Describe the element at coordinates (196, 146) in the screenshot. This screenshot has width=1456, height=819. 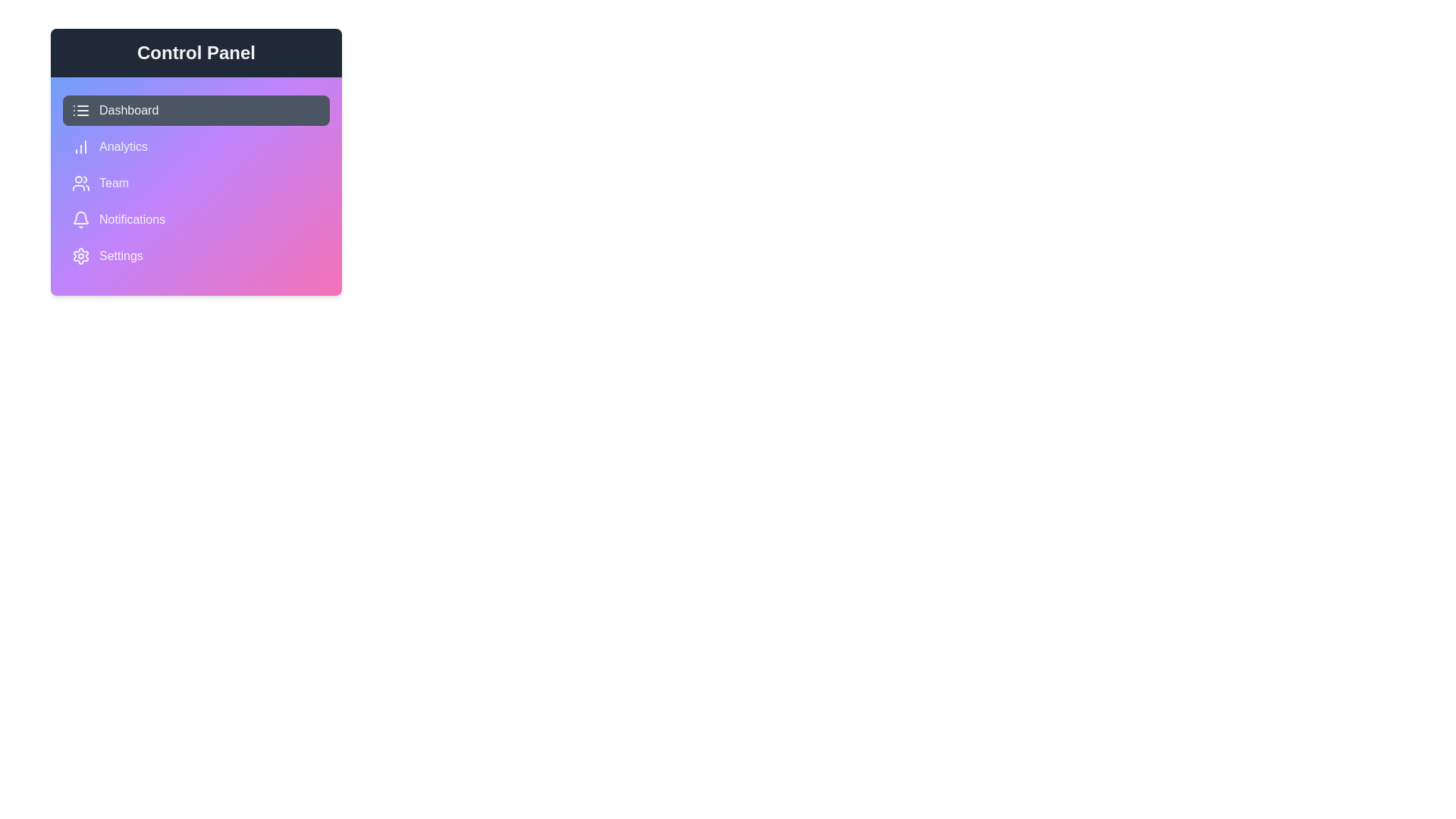
I see `the second navigation menu item in the vertical panel` at that location.